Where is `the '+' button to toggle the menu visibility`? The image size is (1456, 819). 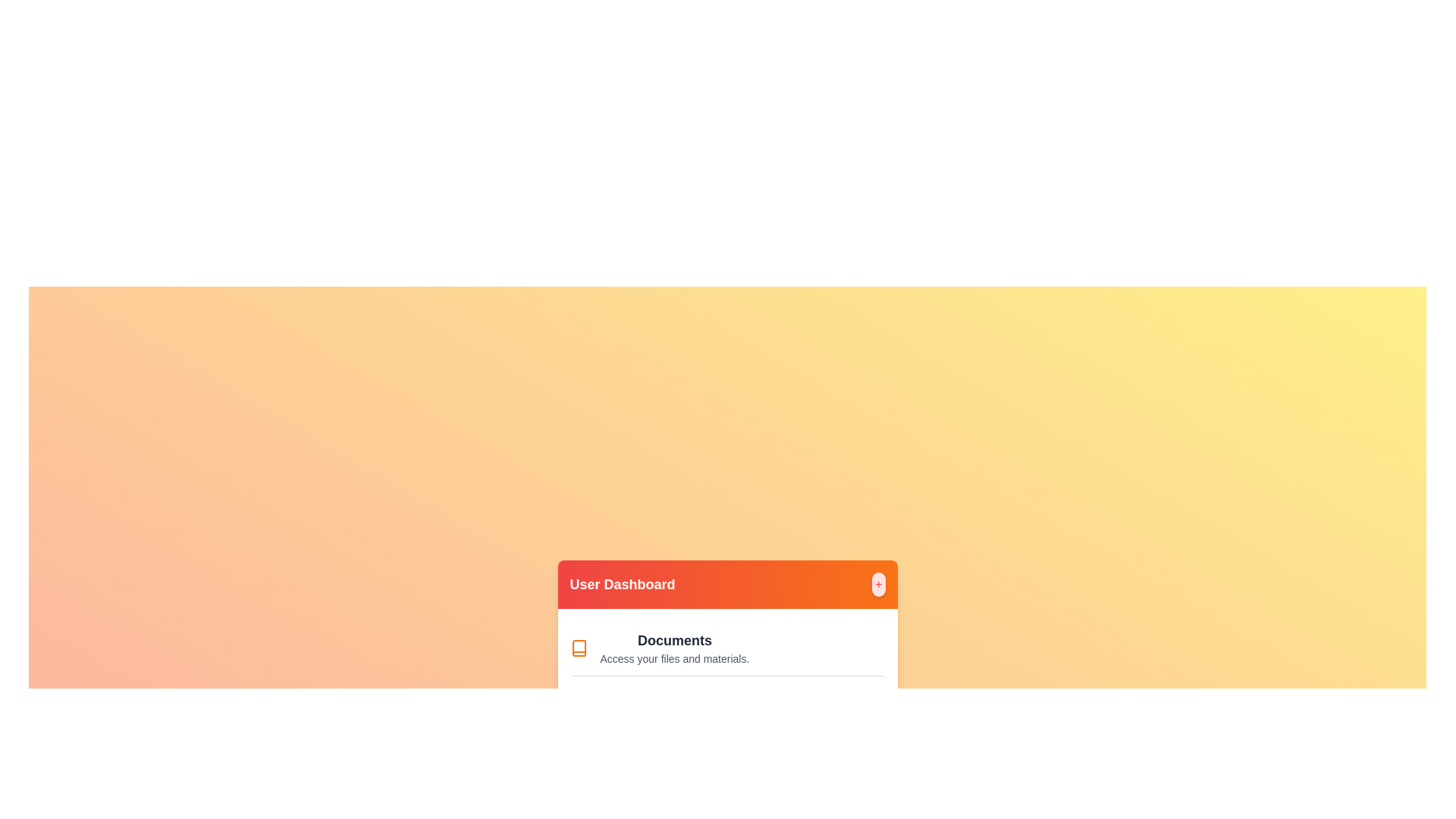 the '+' button to toggle the menu visibility is located at coordinates (878, 584).